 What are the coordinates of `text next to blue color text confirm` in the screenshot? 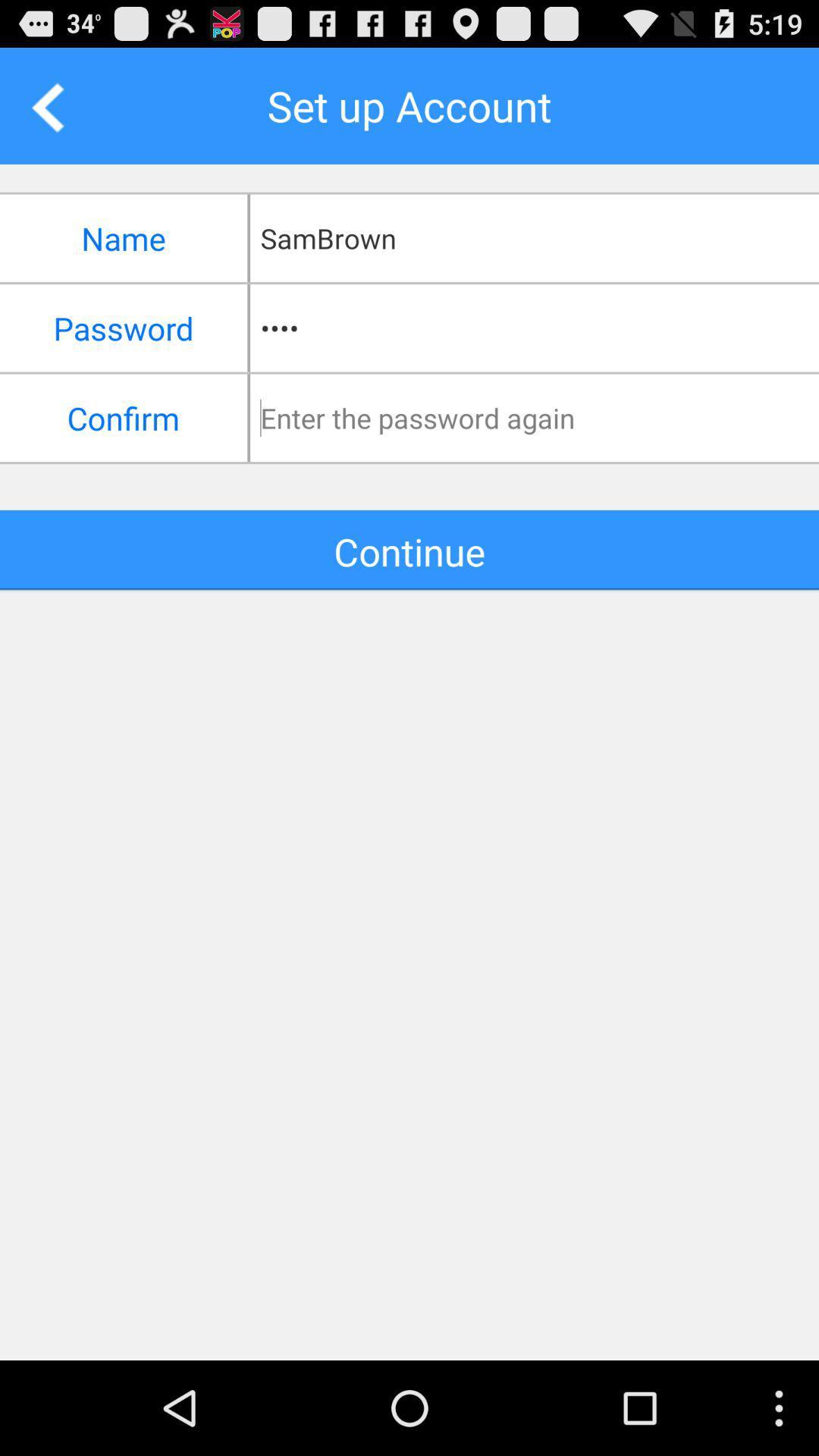 It's located at (539, 418).